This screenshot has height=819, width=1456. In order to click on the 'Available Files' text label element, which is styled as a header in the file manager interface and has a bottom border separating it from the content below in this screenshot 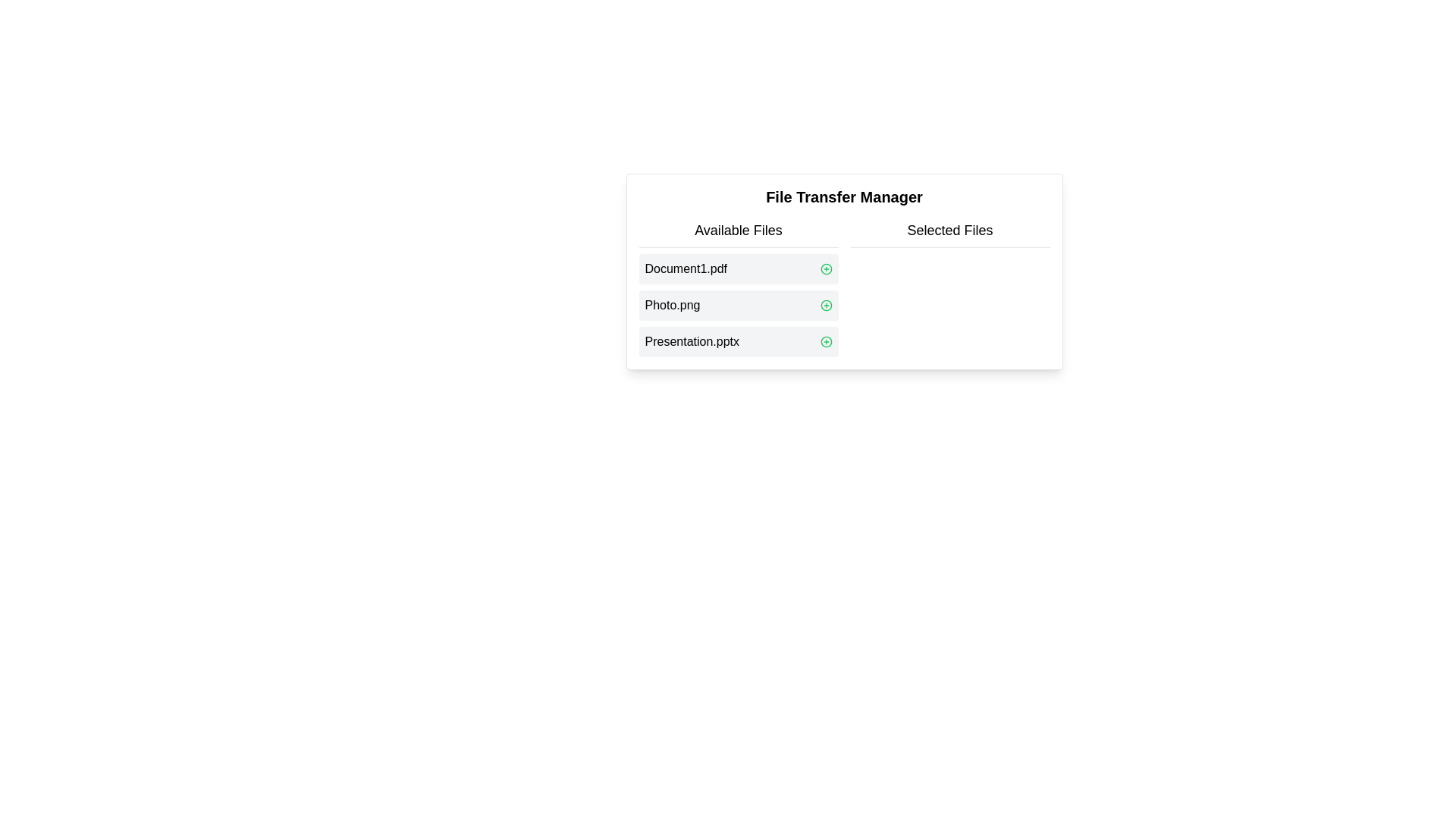, I will do `click(739, 234)`.